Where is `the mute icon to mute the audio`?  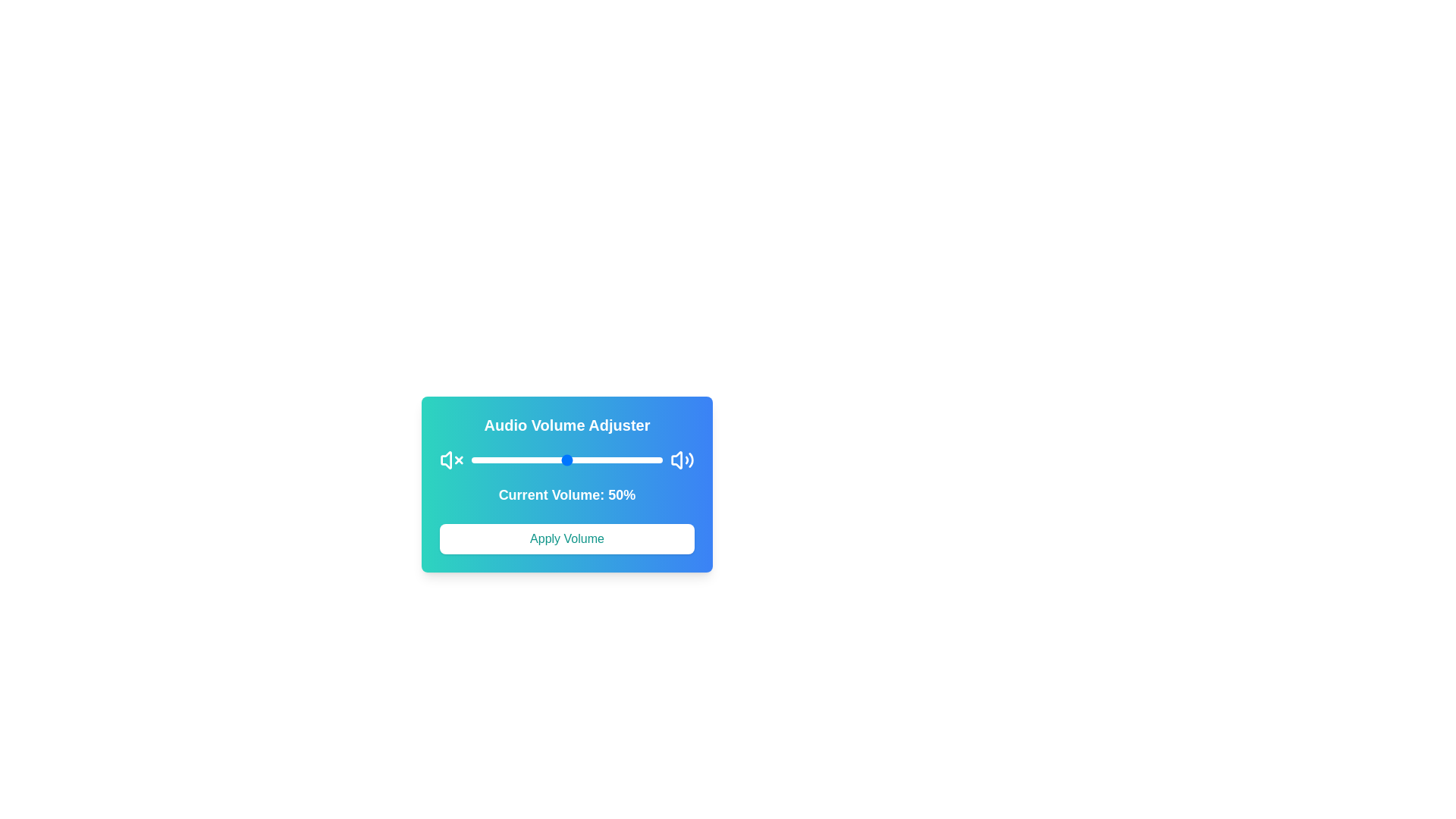
the mute icon to mute the audio is located at coordinates (450, 459).